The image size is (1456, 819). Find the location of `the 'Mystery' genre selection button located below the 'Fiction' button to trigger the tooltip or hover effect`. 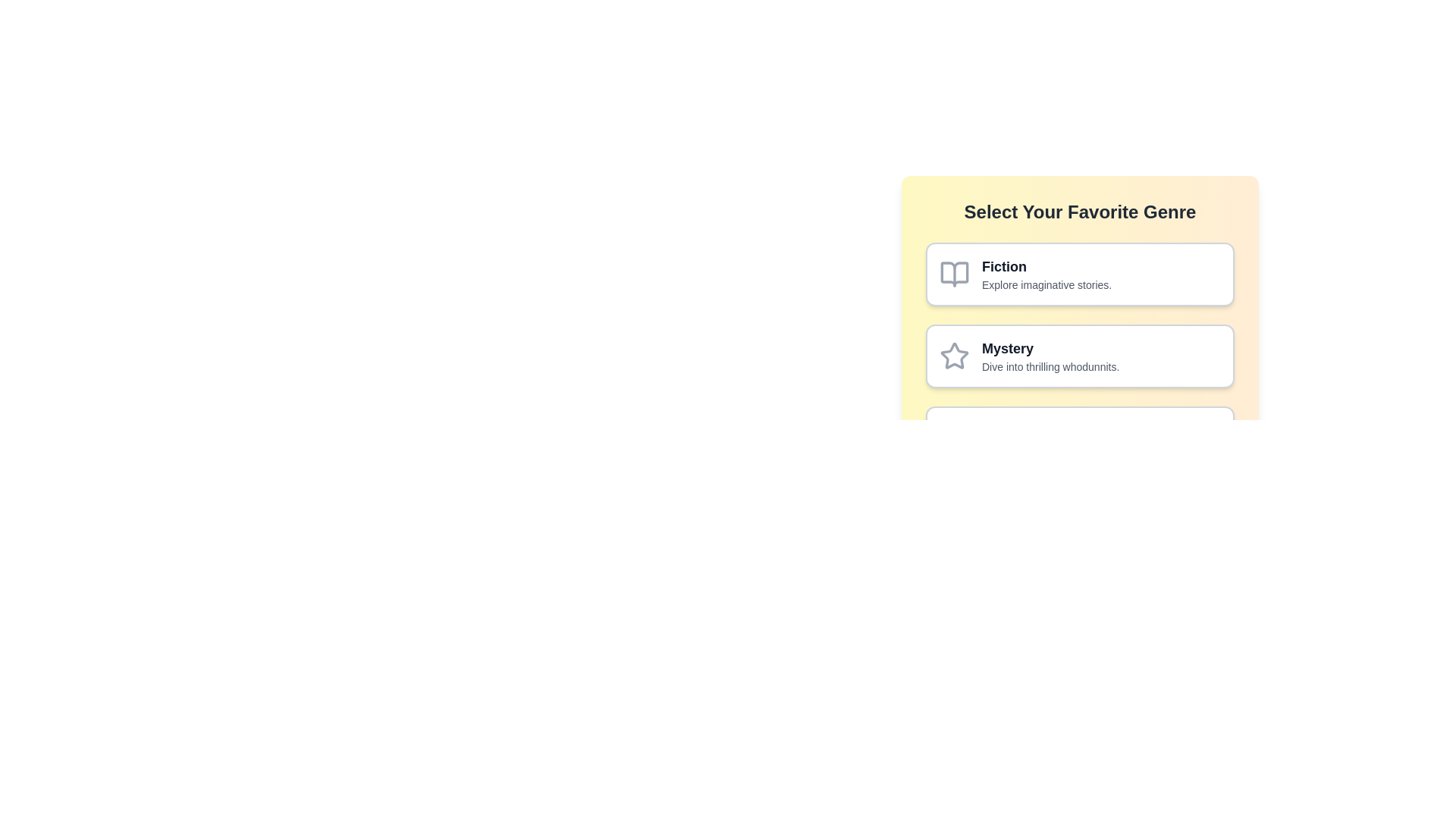

the 'Mystery' genre selection button located below the 'Fiction' button to trigger the tooltip or hover effect is located at coordinates (1079, 334).